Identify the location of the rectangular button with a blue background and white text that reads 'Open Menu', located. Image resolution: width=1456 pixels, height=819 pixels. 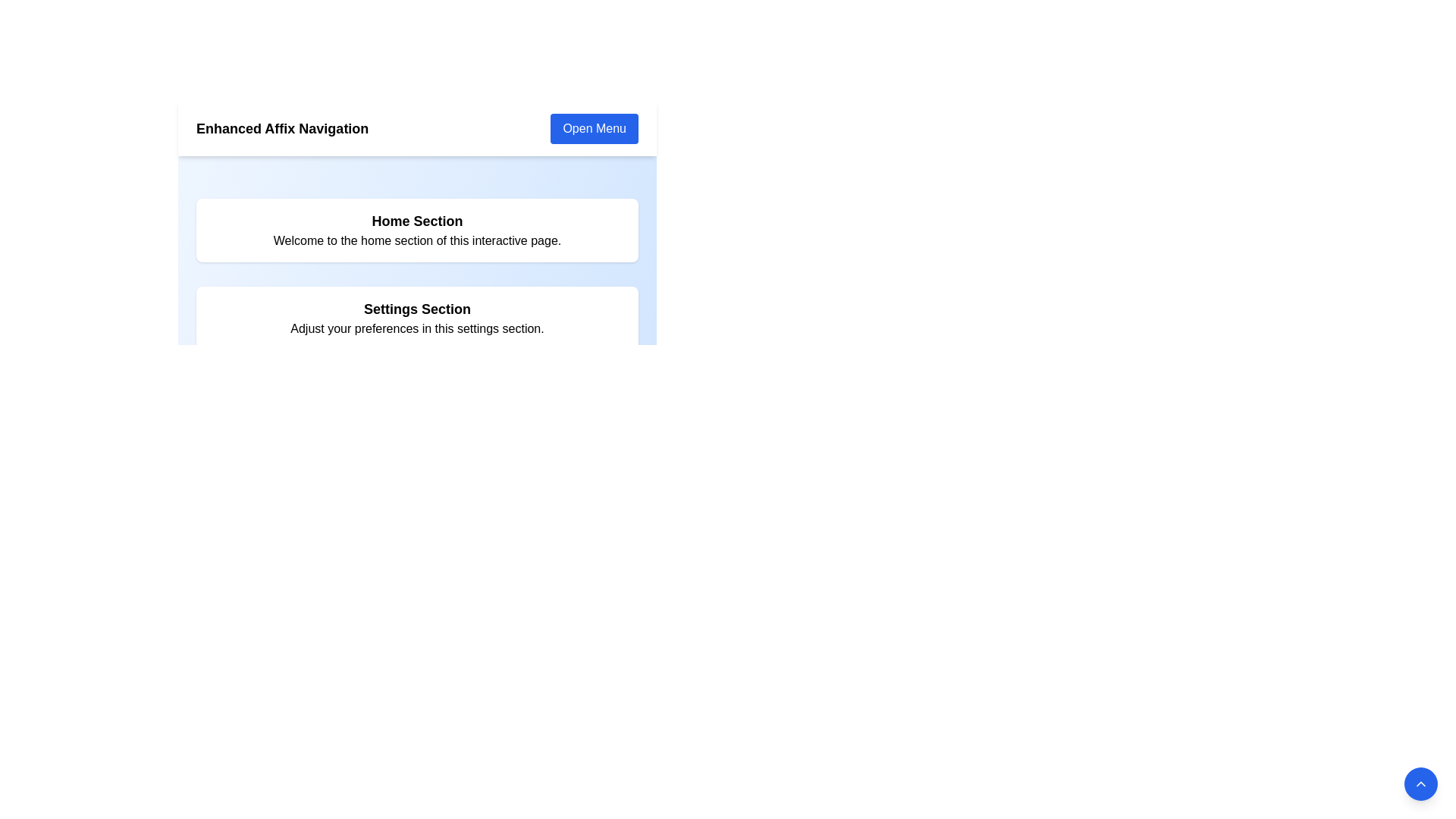
(593, 127).